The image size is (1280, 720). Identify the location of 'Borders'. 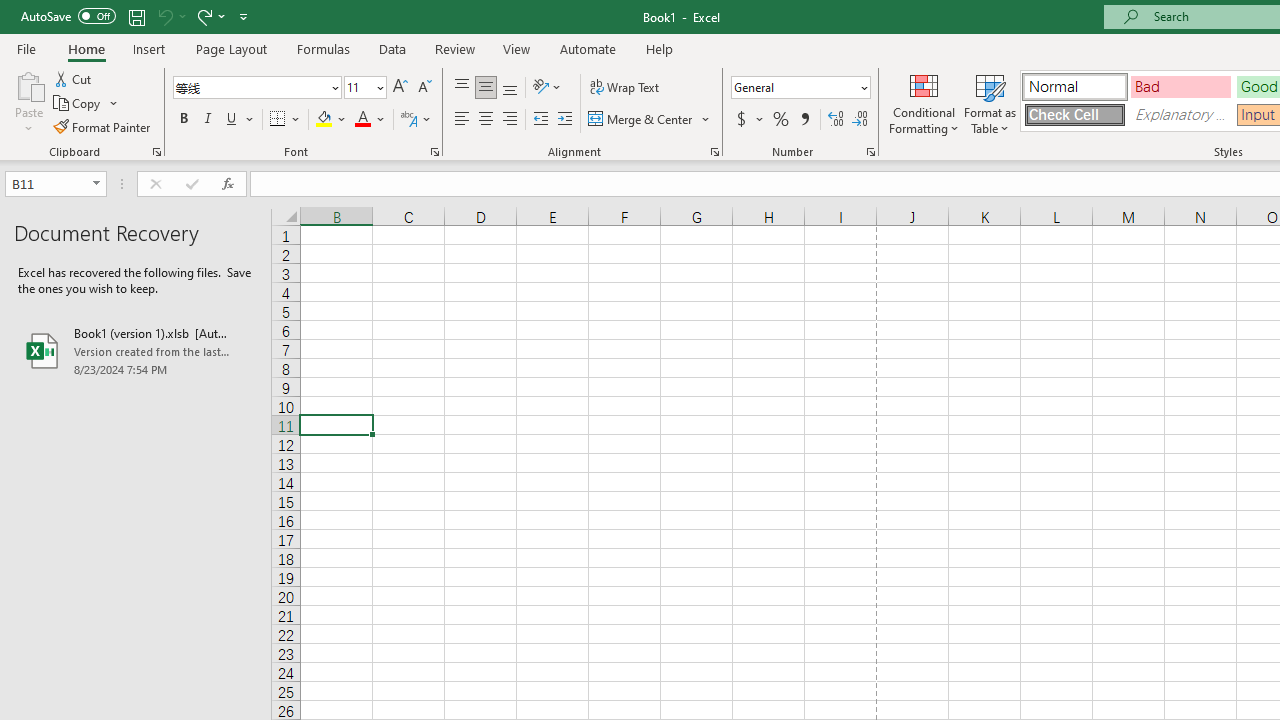
(285, 119).